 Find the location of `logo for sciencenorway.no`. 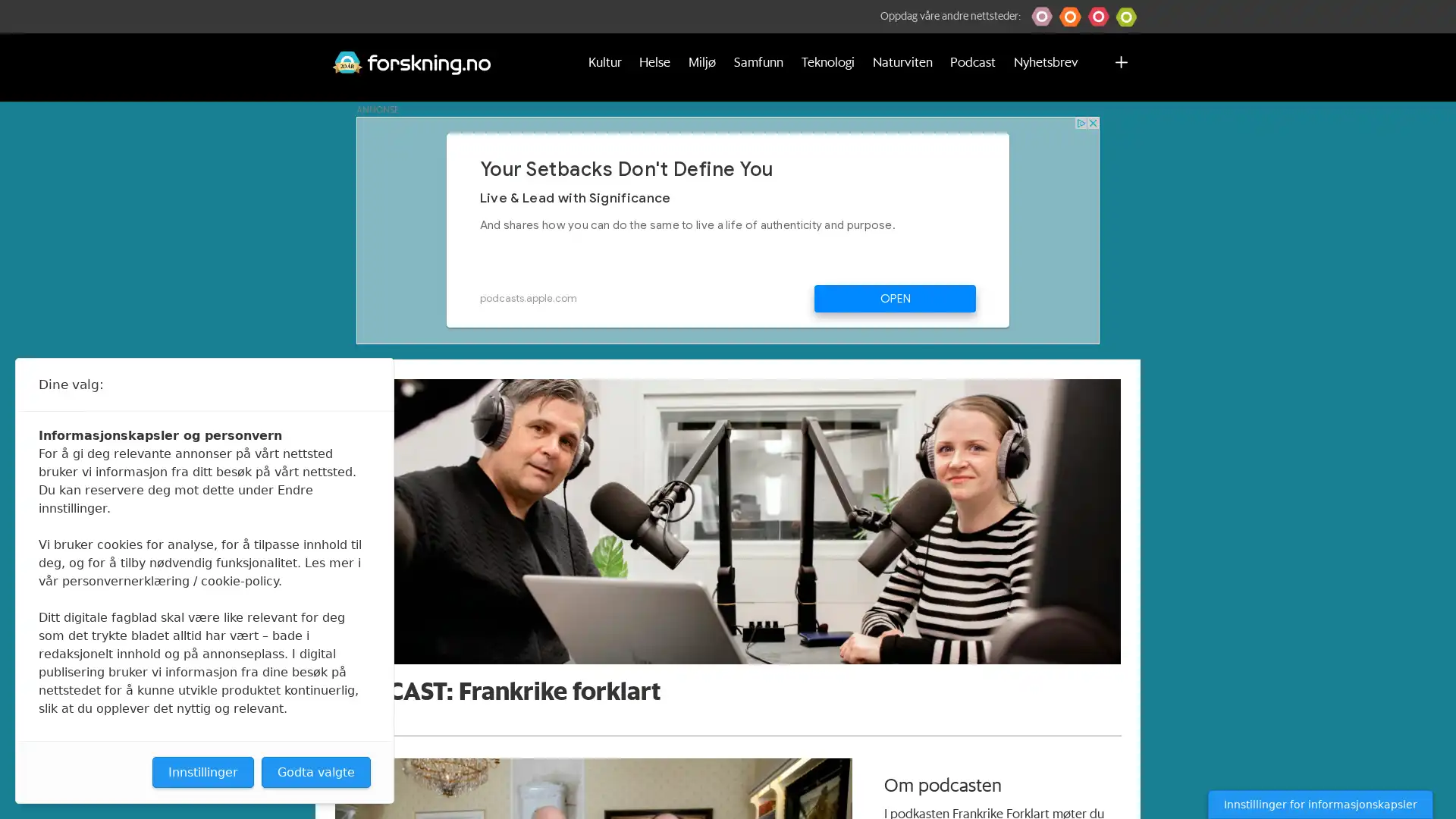

logo for sciencenorway.no is located at coordinates (1098, 17).